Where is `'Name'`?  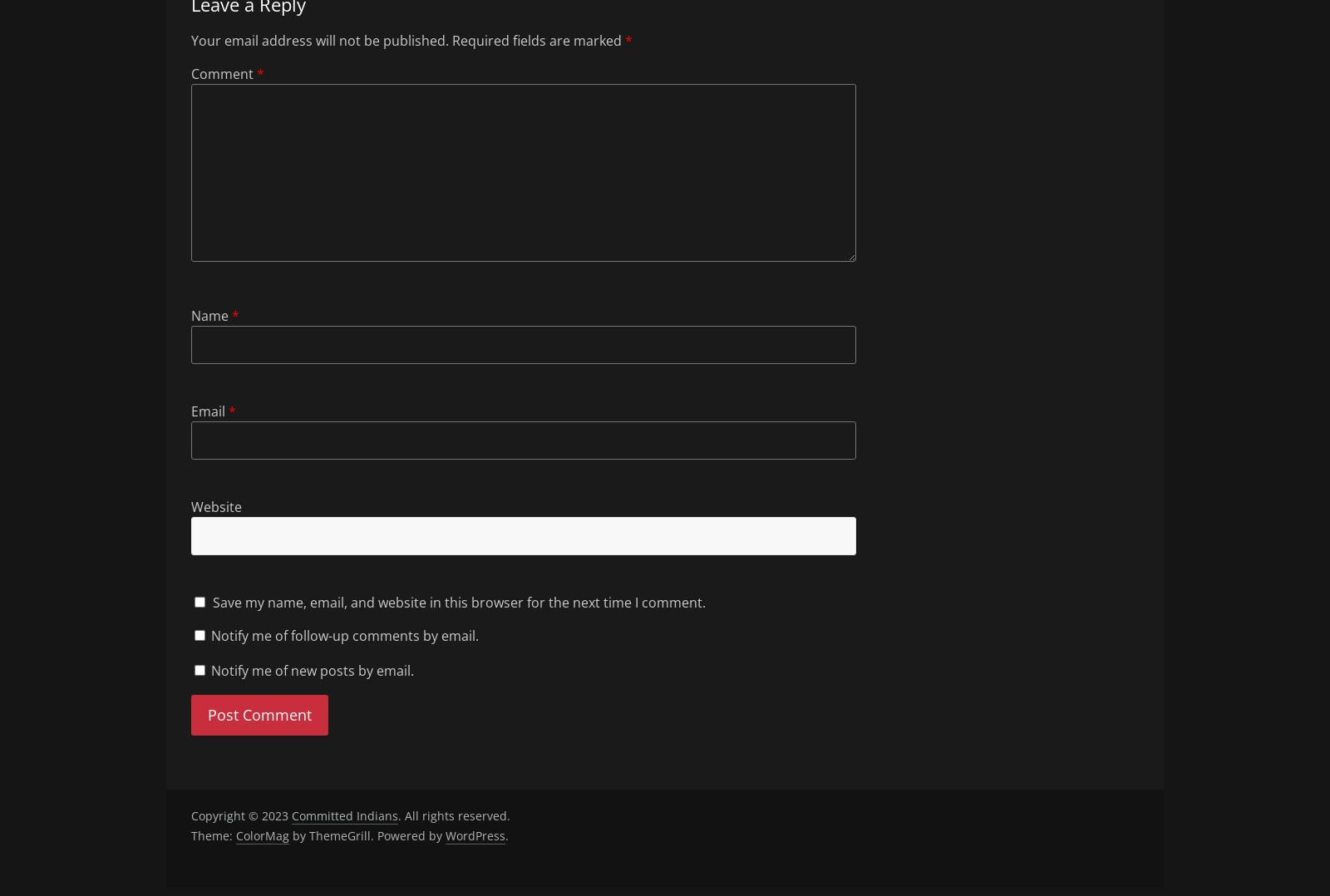
'Name' is located at coordinates (211, 315).